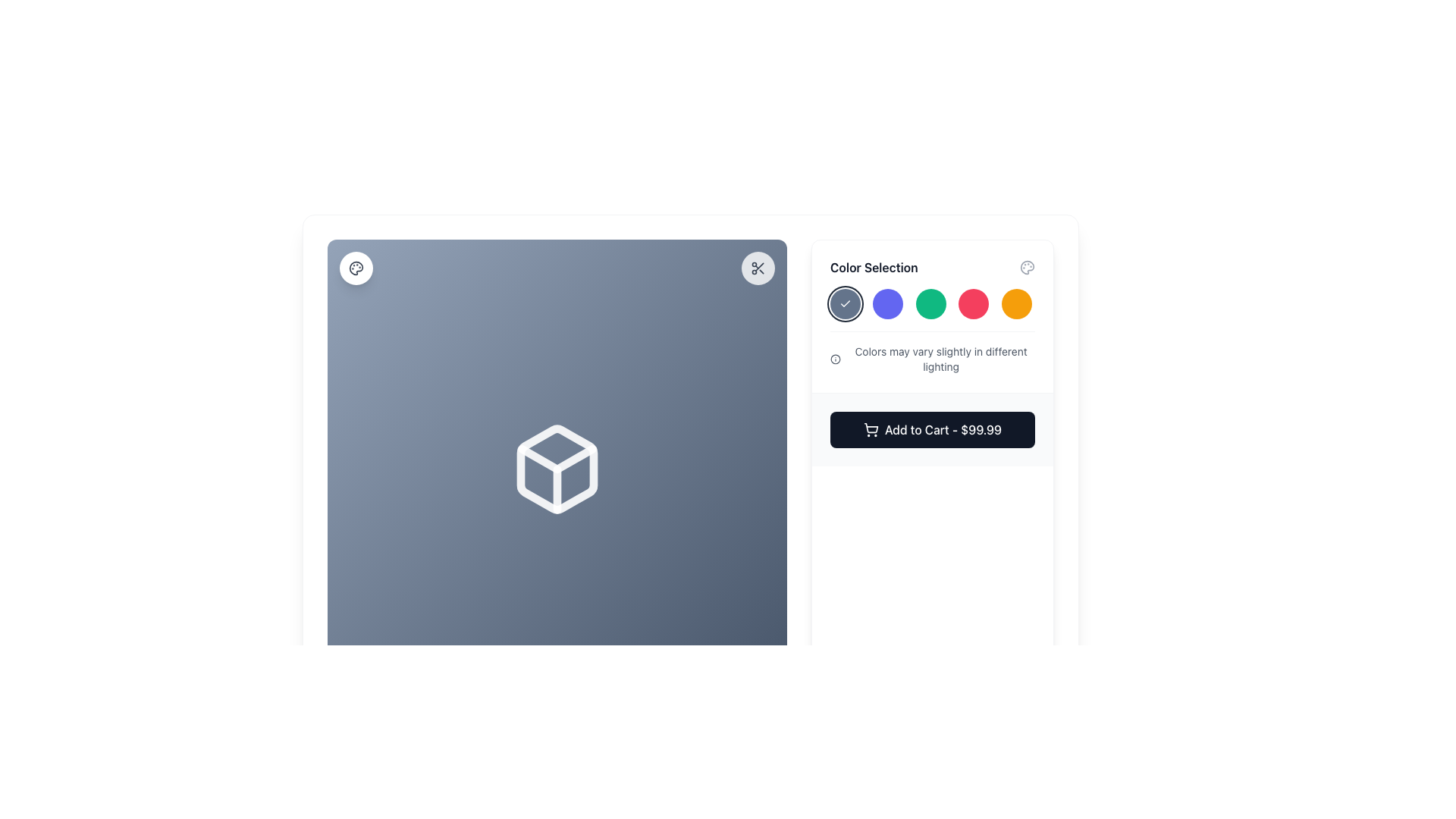 The height and width of the screenshot is (819, 1456). Describe the element at coordinates (844, 304) in the screenshot. I see `the checkmark icon inside the circular button` at that location.